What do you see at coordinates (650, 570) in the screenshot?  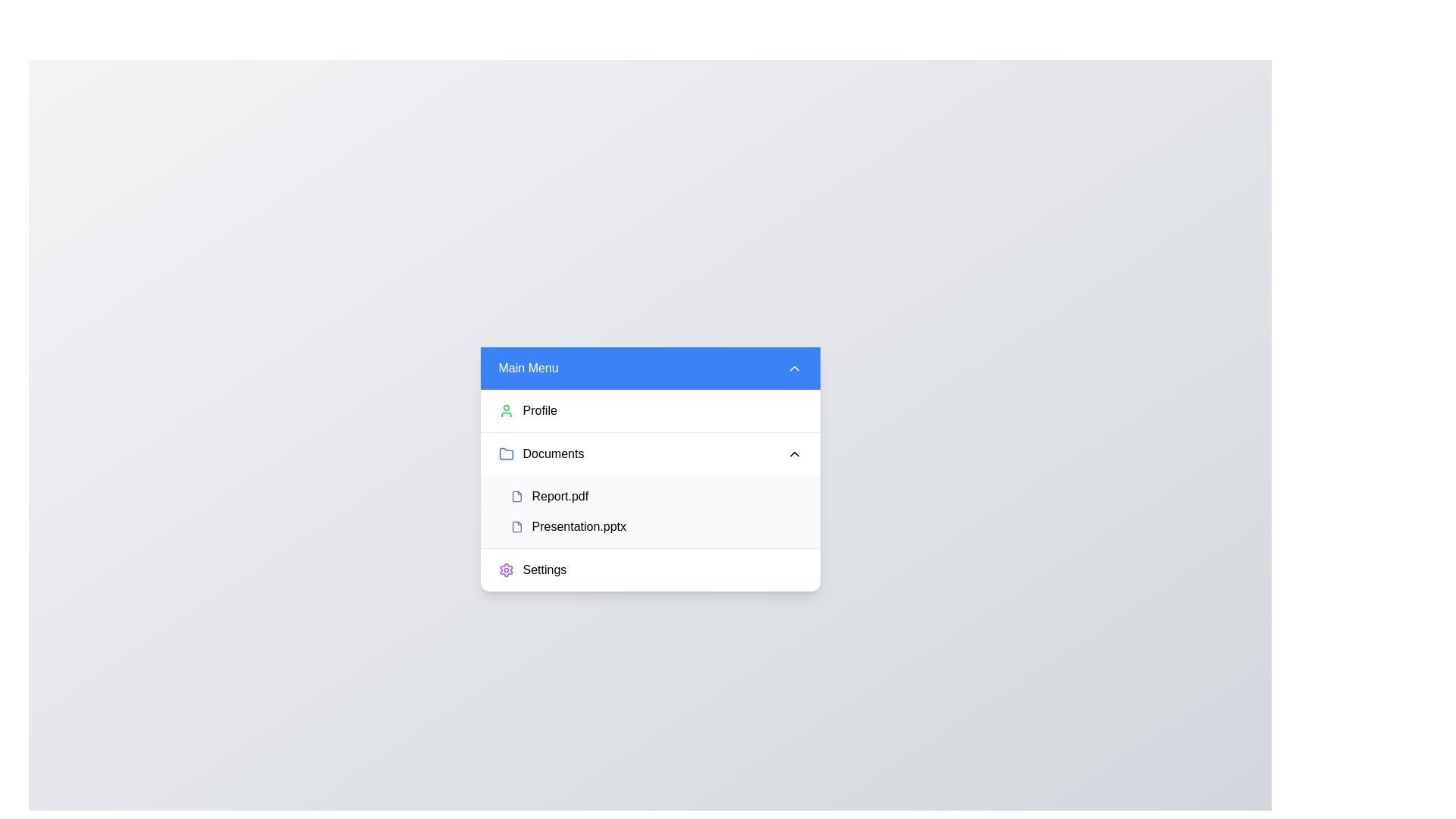 I see `the 'Settings' button, which is the last item in a vertical list and is located beneath the 'Presentation.pptx' item` at bounding box center [650, 570].